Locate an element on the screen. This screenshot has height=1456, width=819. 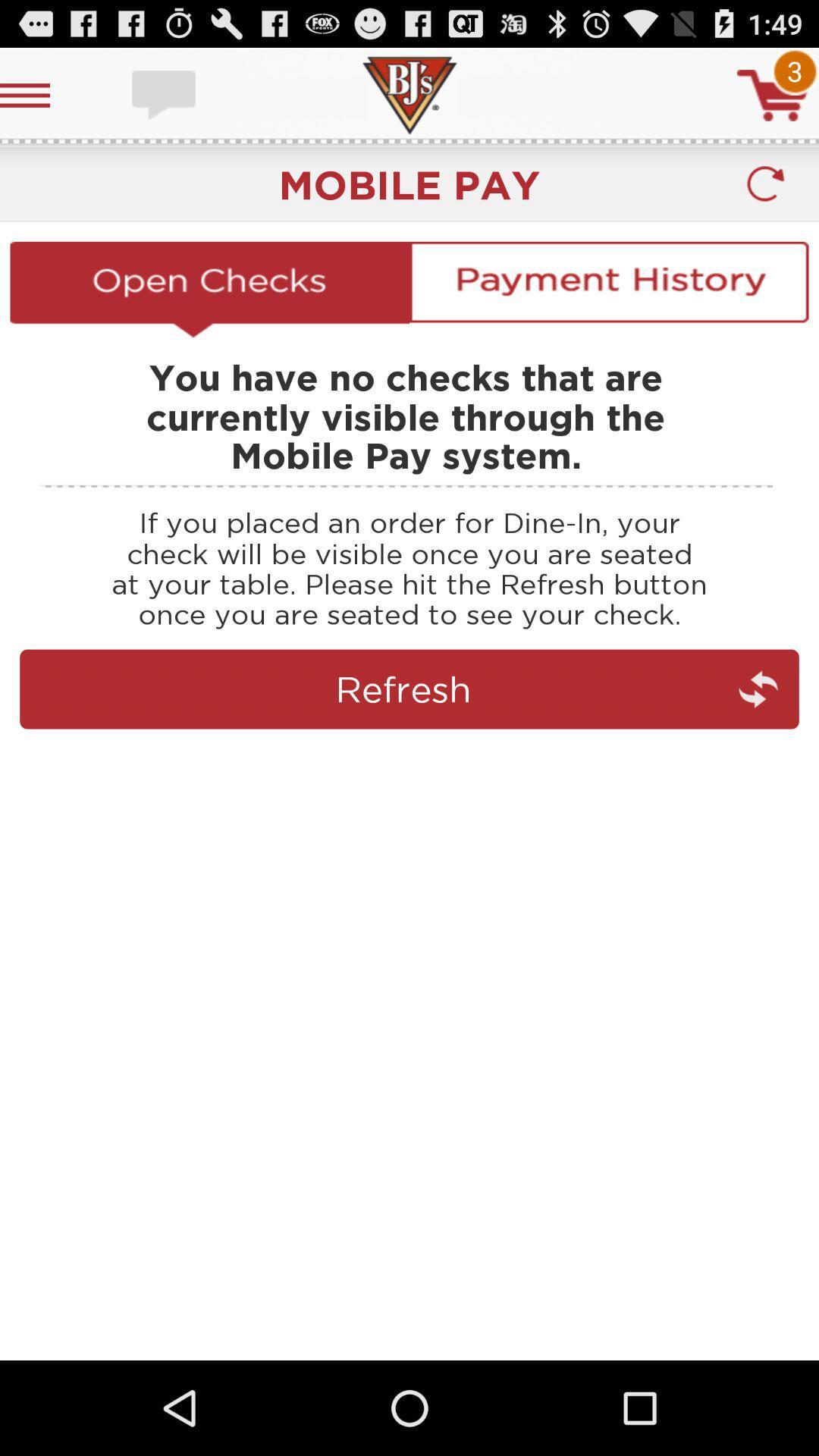
open checks option is located at coordinates (209, 289).